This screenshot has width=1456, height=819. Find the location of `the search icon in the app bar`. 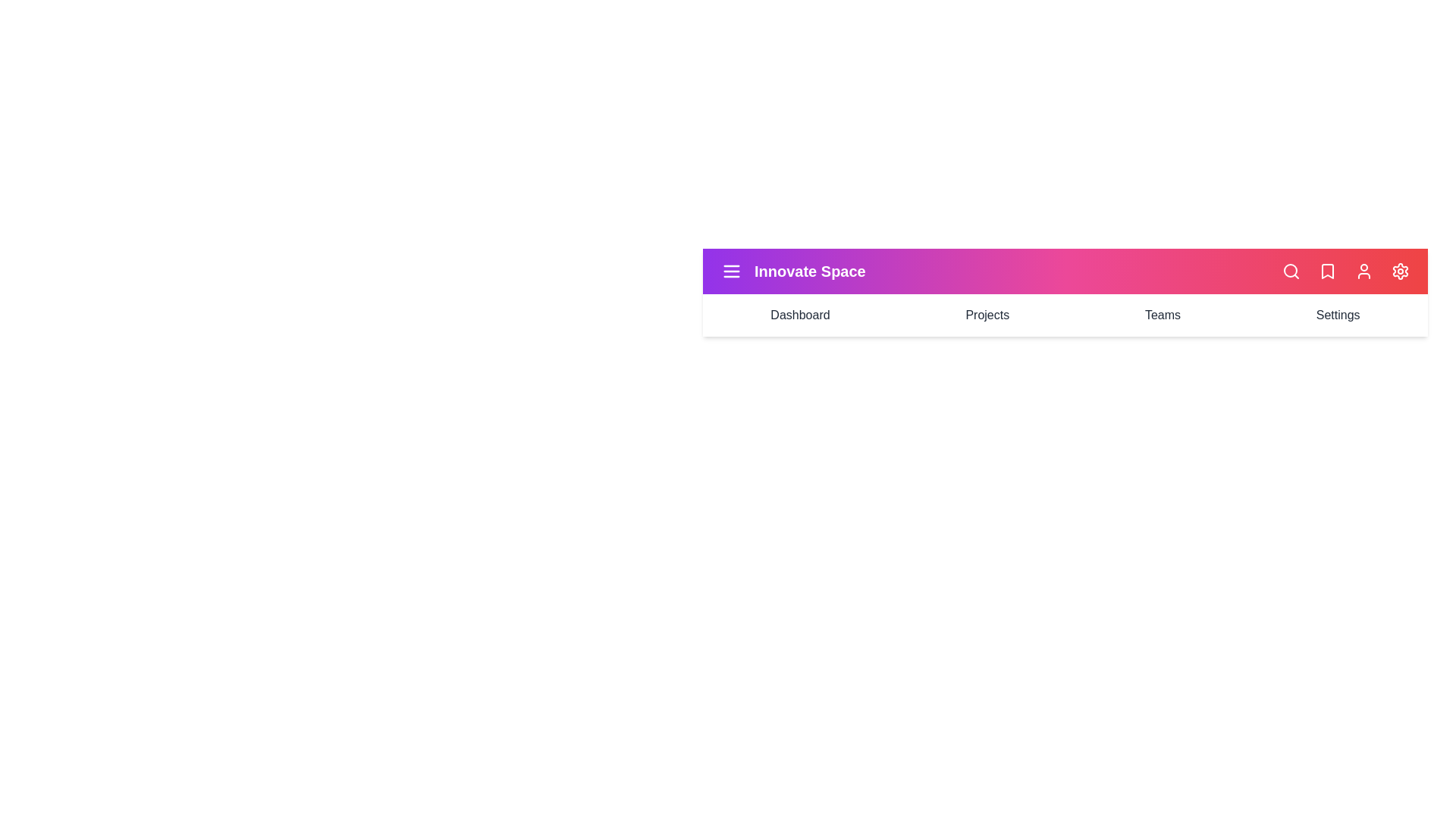

the search icon in the app bar is located at coordinates (1291, 271).